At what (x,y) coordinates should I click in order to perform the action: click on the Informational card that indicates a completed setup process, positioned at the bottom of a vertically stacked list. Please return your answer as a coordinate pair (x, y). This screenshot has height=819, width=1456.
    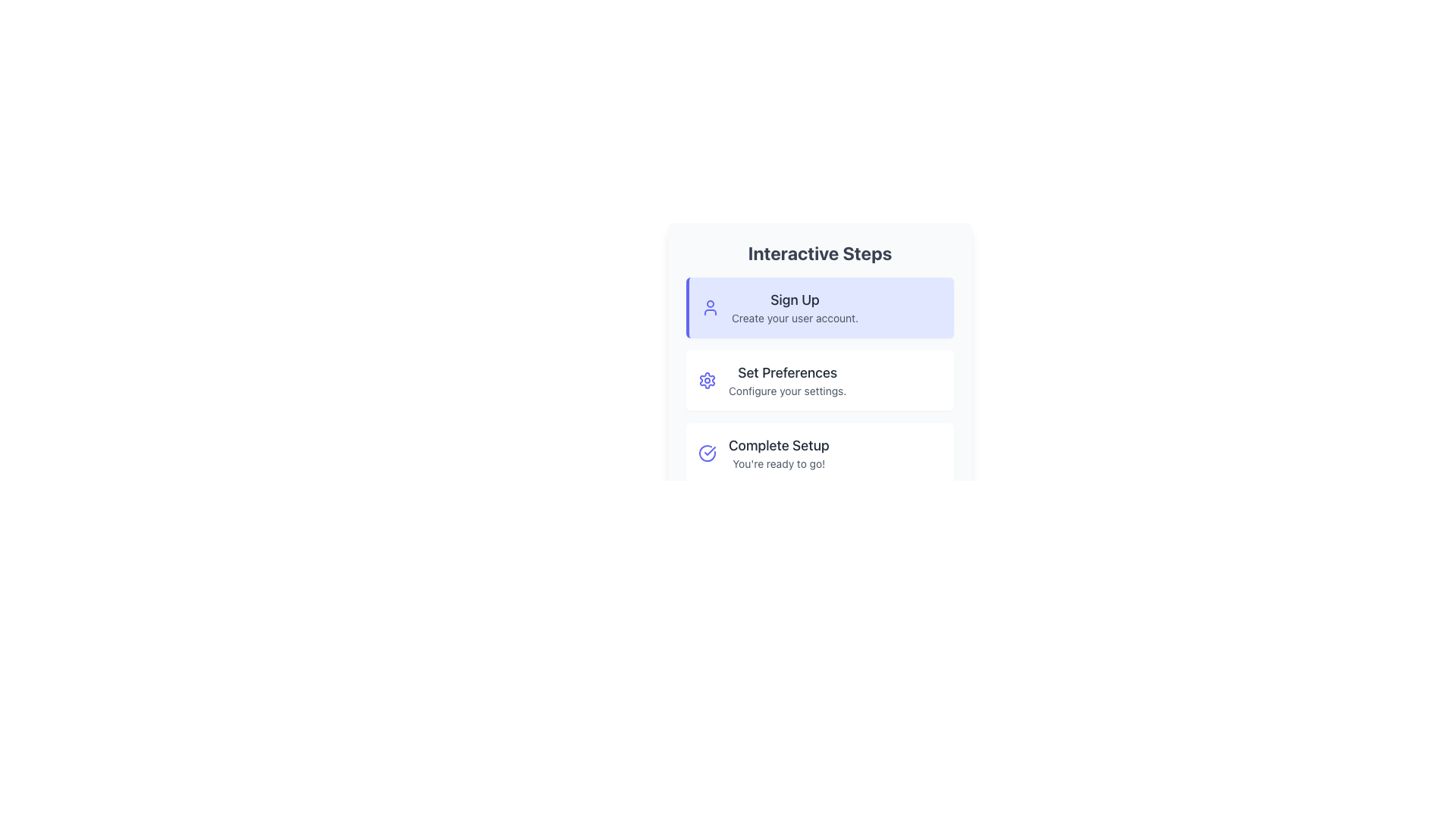
    Looking at the image, I should click on (819, 452).